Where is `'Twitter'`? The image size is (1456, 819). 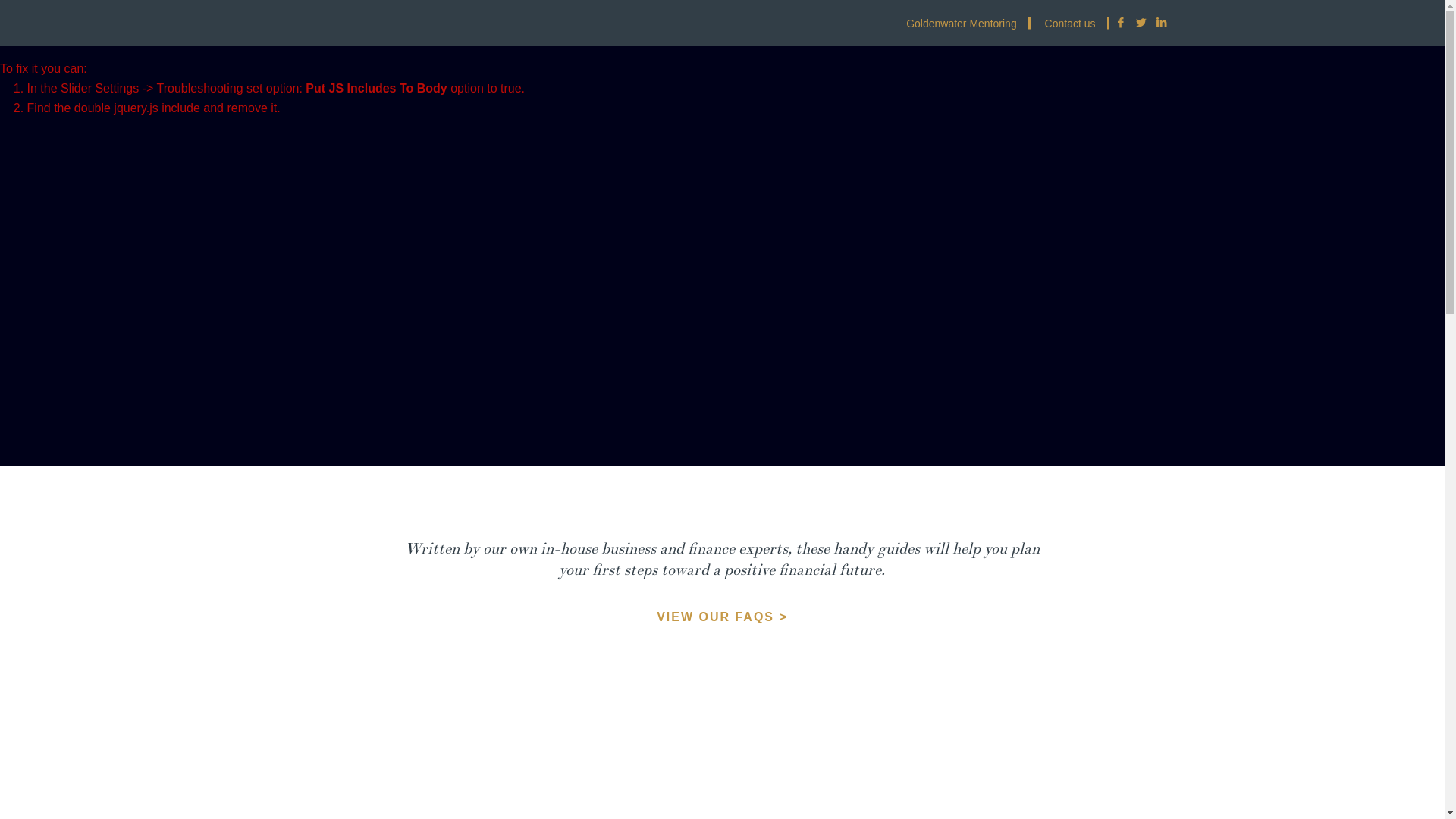
'Twitter' is located at coordinates (1141, 22).